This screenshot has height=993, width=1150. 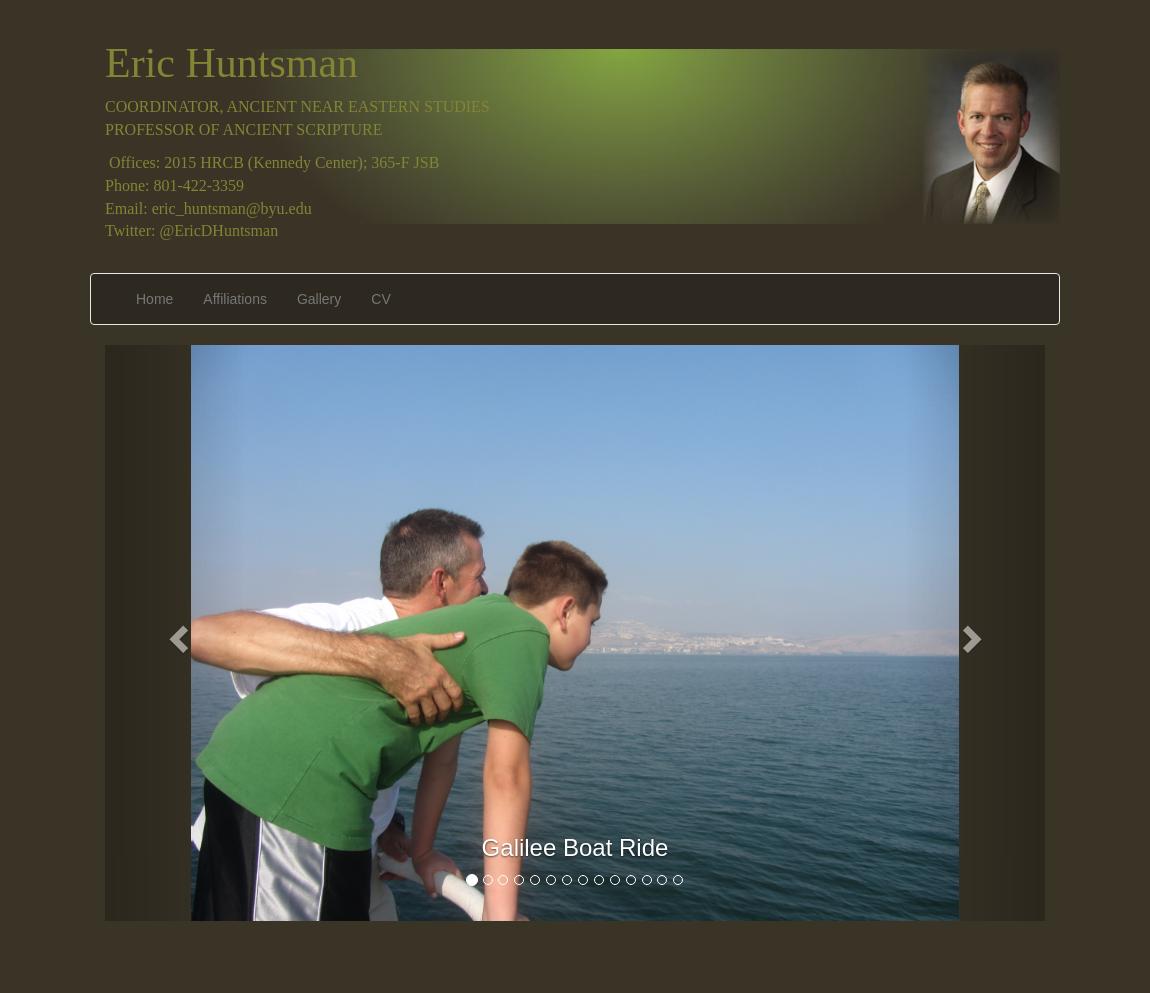 What do you see at coordinates (103, 129) in the screenshot?
I see `'PROFESSOR OF ANCIENT SCRIPTURE'` at bounding box center [103, 129].